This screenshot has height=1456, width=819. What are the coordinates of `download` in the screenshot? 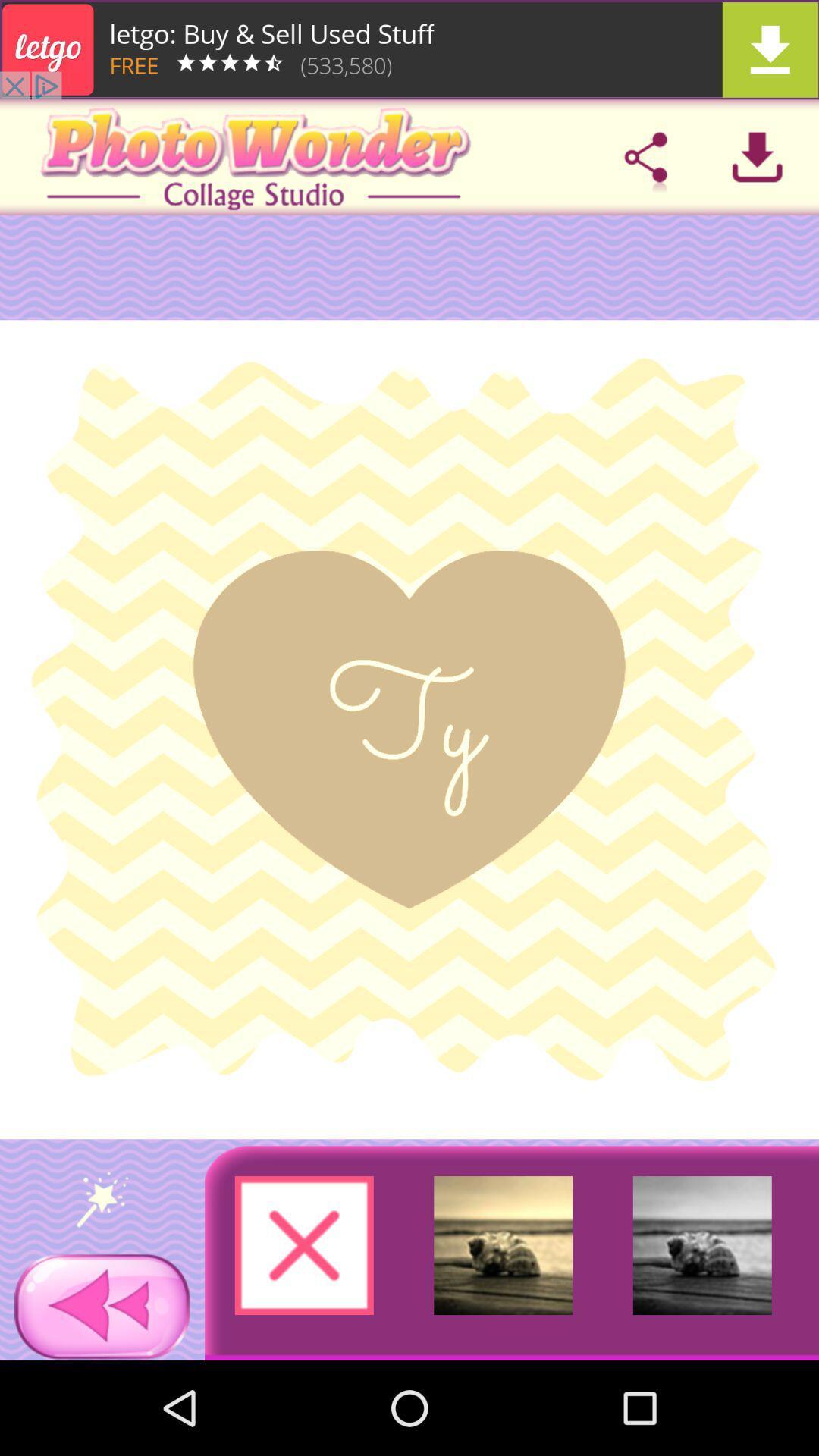 It's located at (409, 49).